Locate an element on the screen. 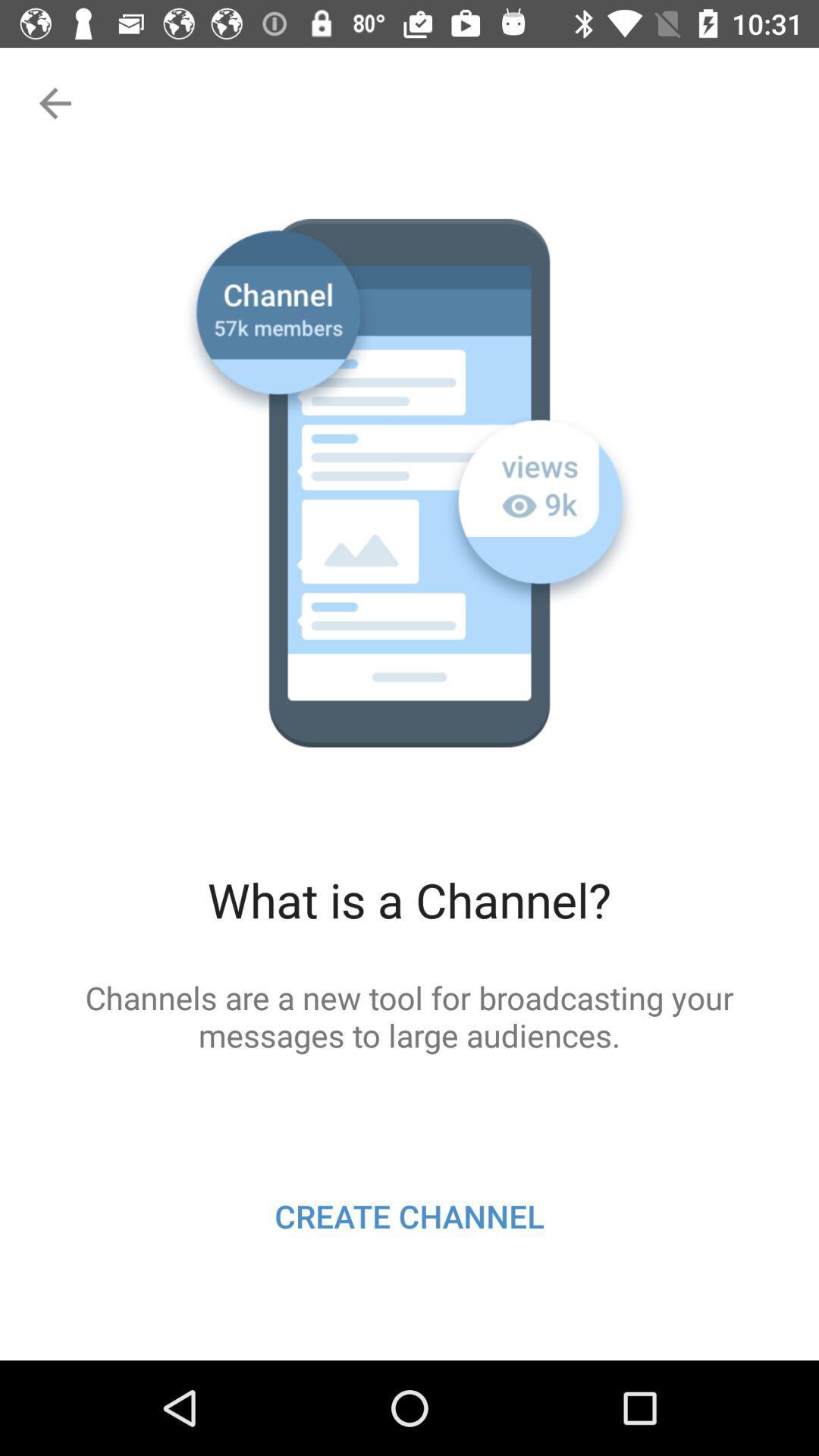 The height and width of the screenshot is (1456, 819). previous page is located at coordinates (52, 102).